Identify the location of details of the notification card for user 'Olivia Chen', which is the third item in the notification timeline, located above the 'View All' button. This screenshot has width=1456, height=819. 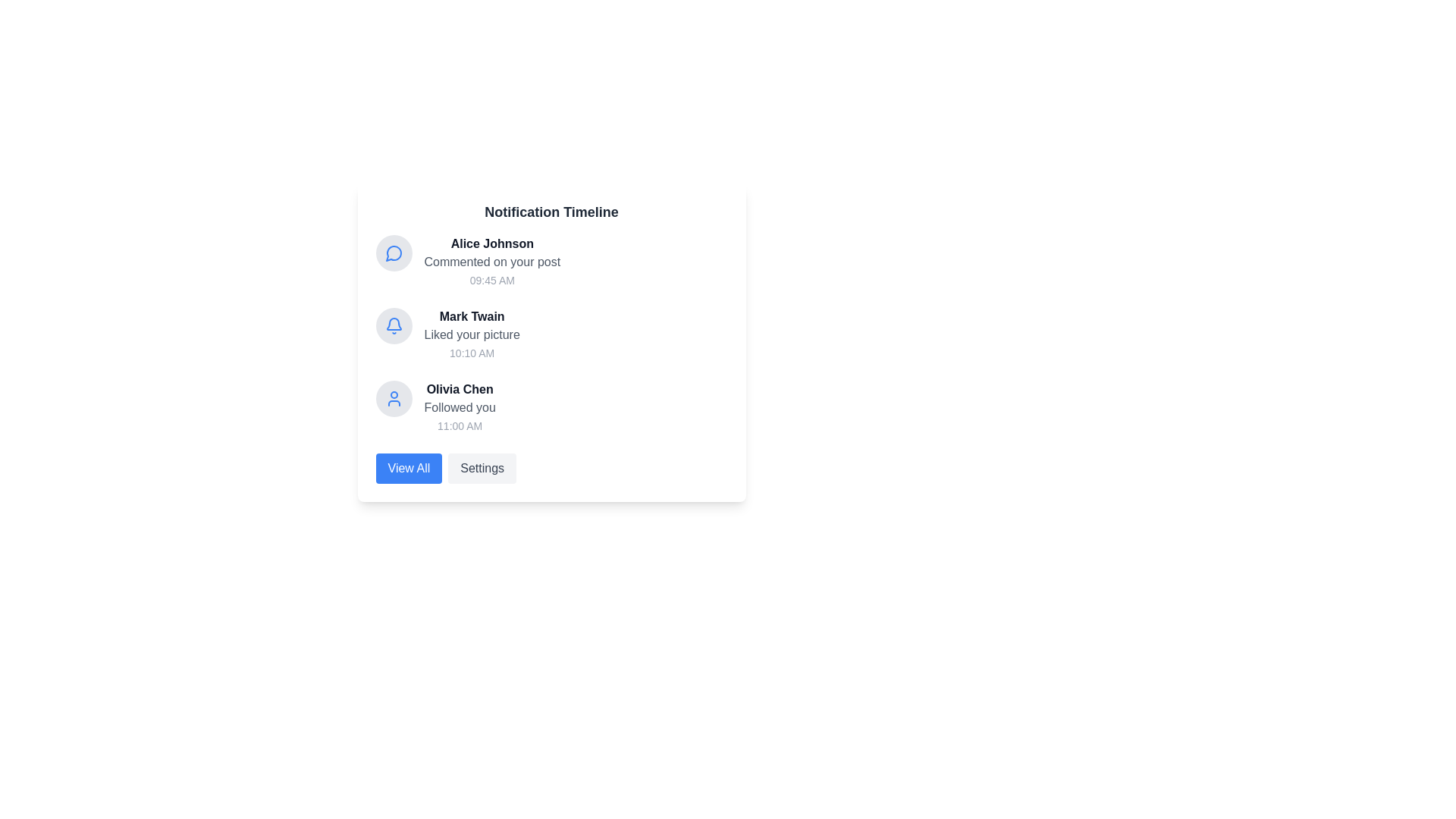
(459, 406).